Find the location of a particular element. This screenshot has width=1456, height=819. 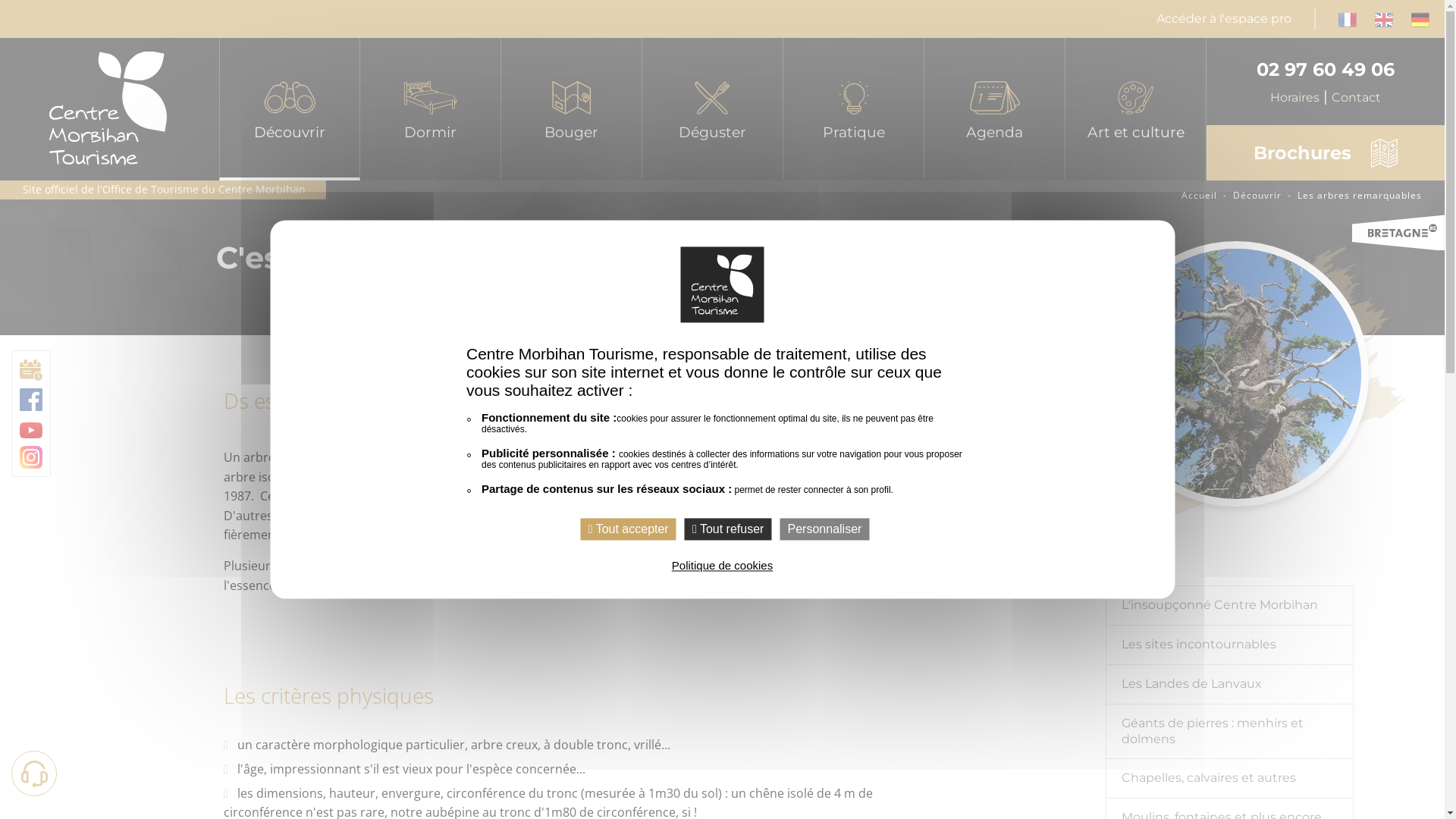

'Art et culture' is located at coordinates (1135, 108).